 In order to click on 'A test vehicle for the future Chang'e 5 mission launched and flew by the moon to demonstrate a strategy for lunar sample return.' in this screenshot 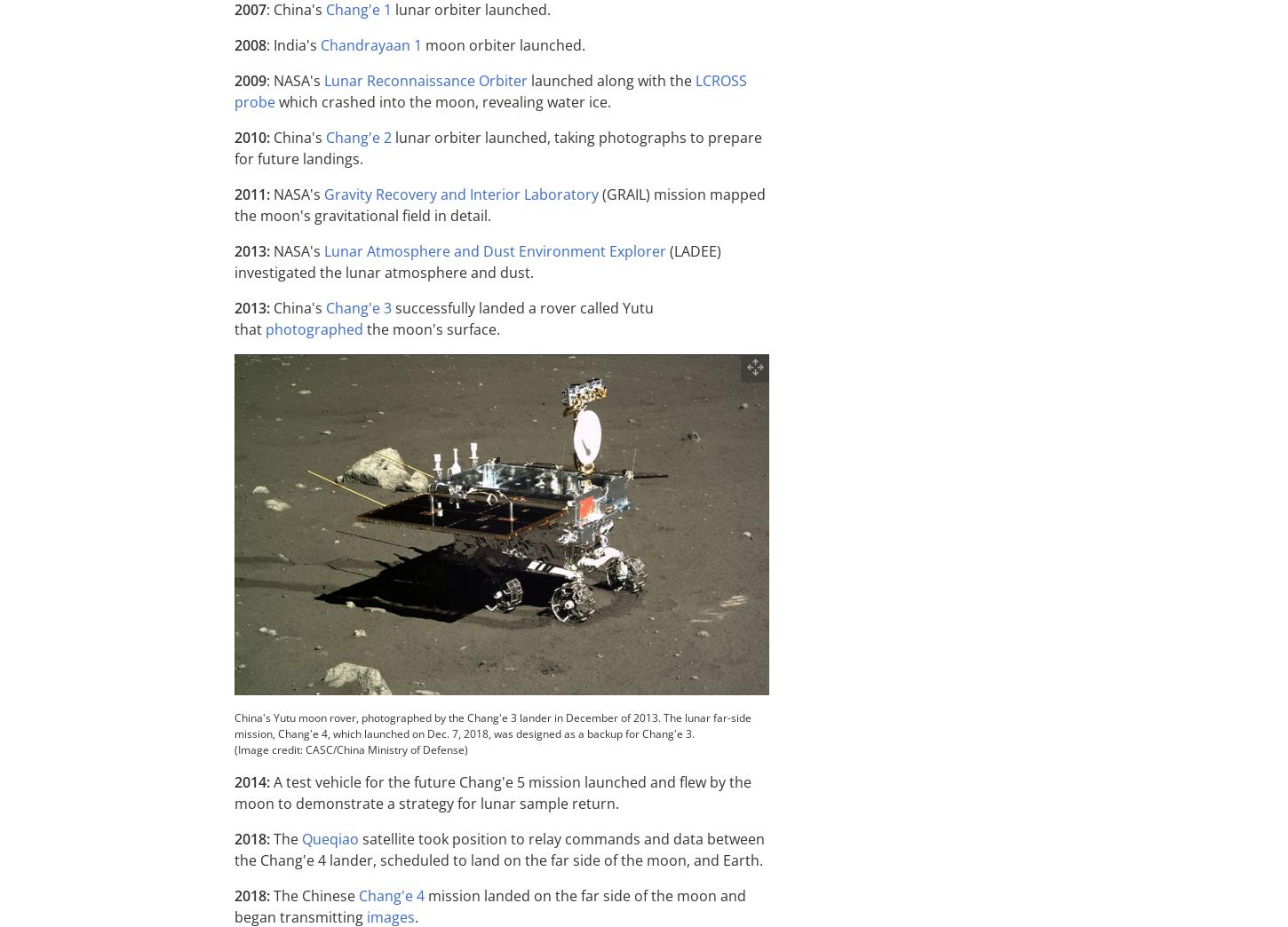, I will do `click(493, 793)`.